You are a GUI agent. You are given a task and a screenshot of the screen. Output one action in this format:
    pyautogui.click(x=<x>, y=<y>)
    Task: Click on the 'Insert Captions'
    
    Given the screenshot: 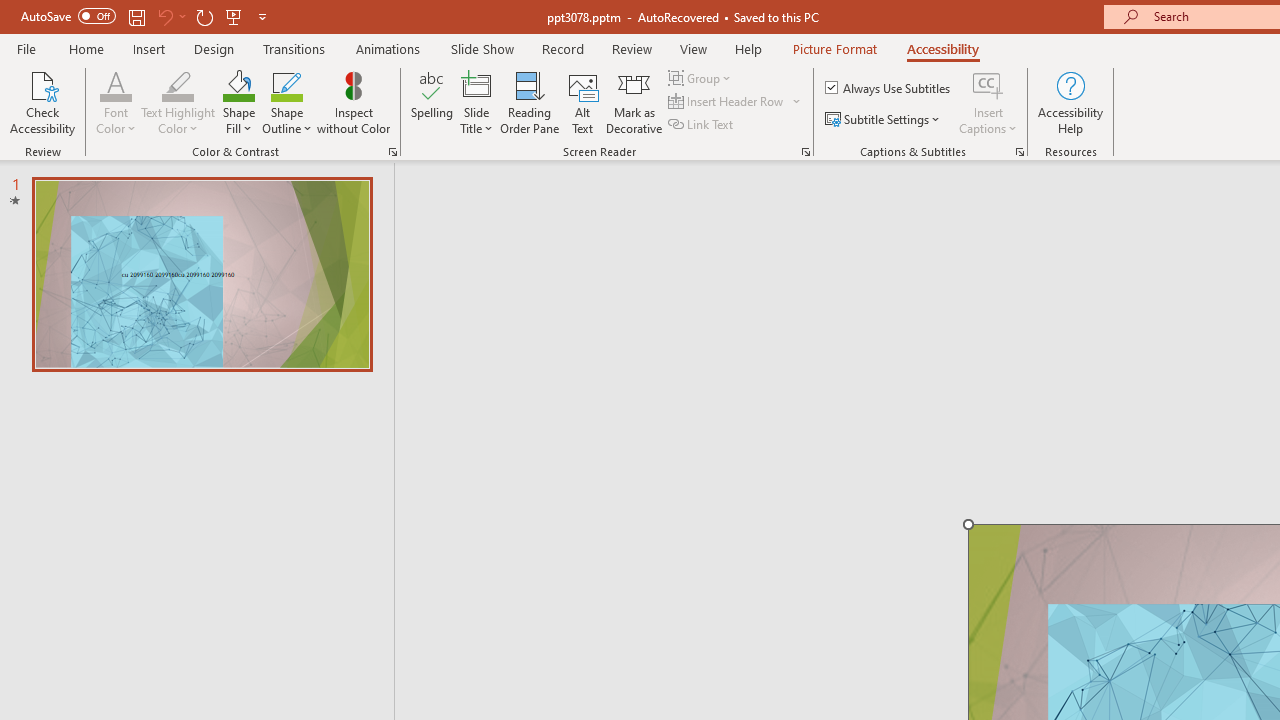 What is the action you would take?
    pyautogui.click(x=988, y=103)
    